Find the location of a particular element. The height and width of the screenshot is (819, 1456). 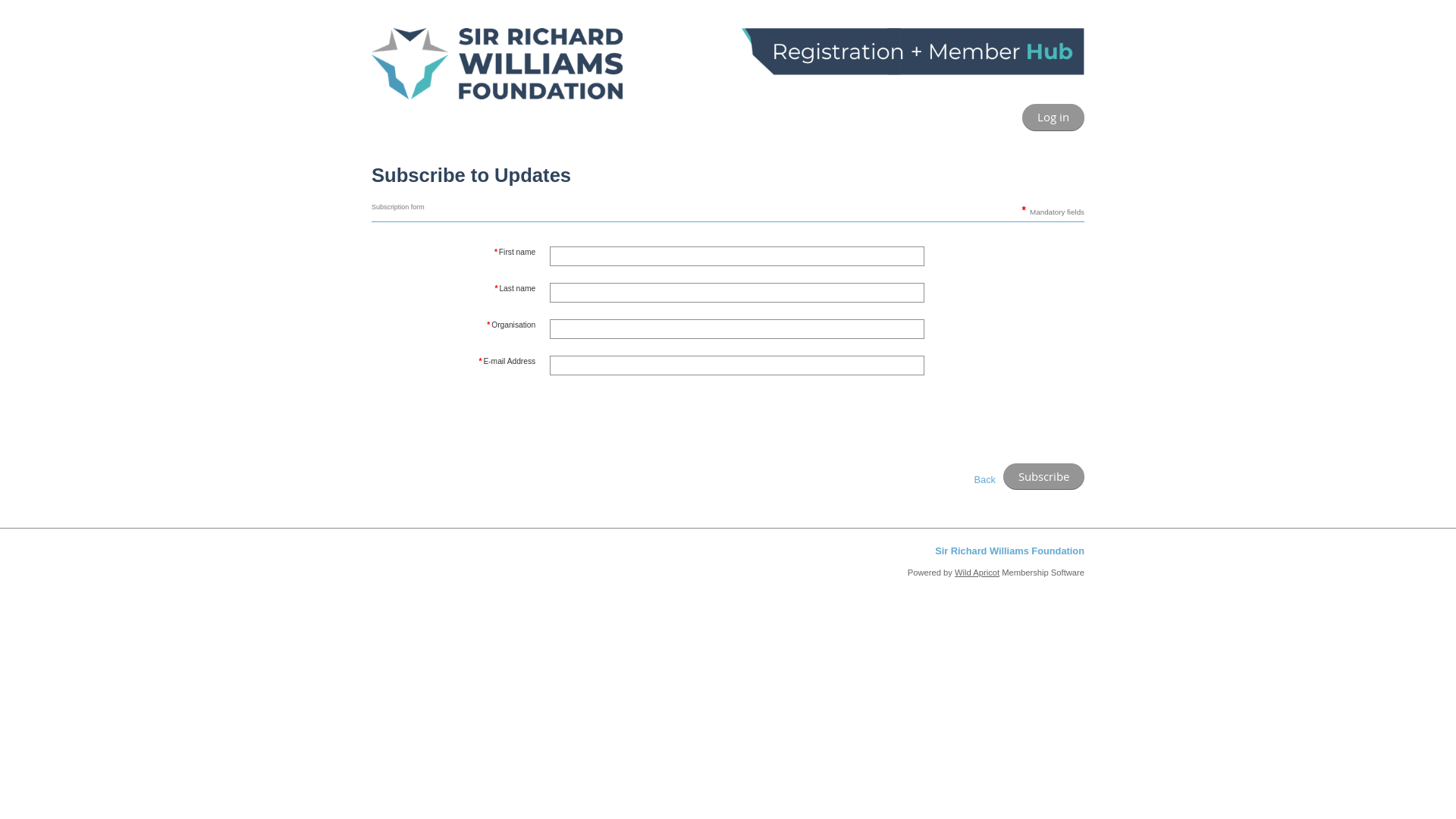

'Log in' is located at coordinates (1022, 116).